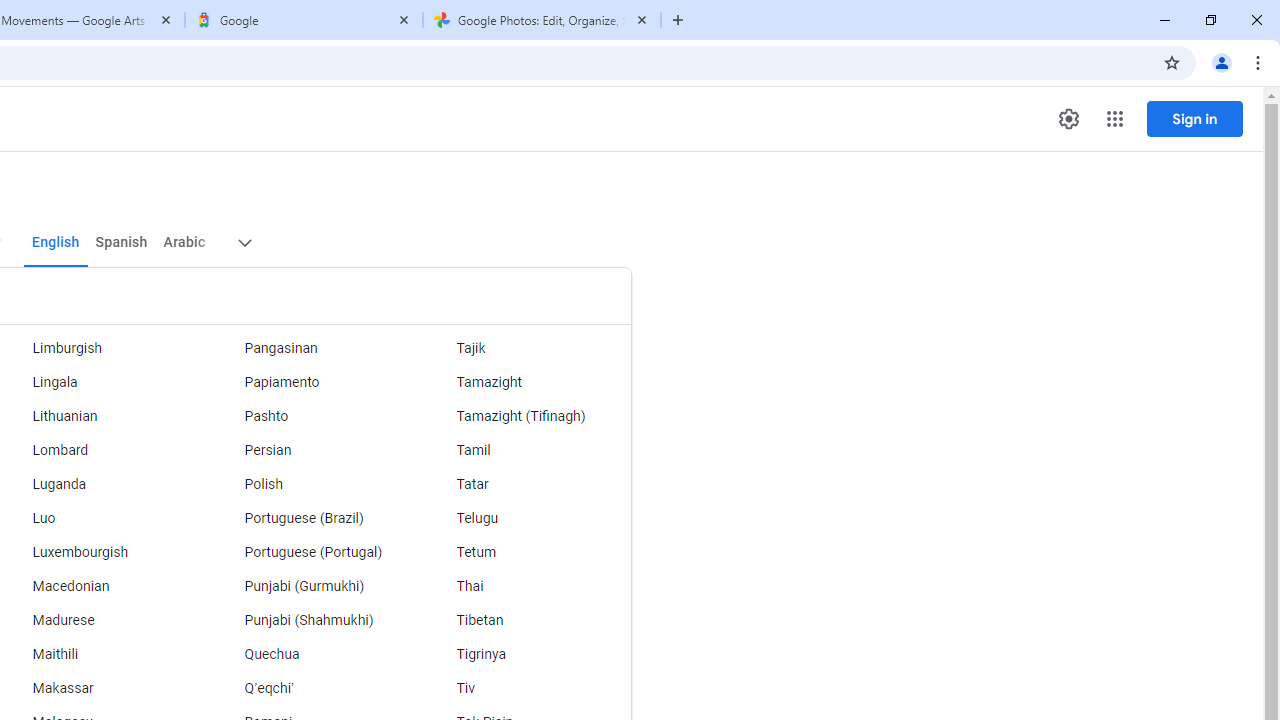 The width and height of the screenshot is (1280, 720). What do you see at coordinates (303, 20) in the screenshot?
I see `'Google'` at bounding box center [303, 20].